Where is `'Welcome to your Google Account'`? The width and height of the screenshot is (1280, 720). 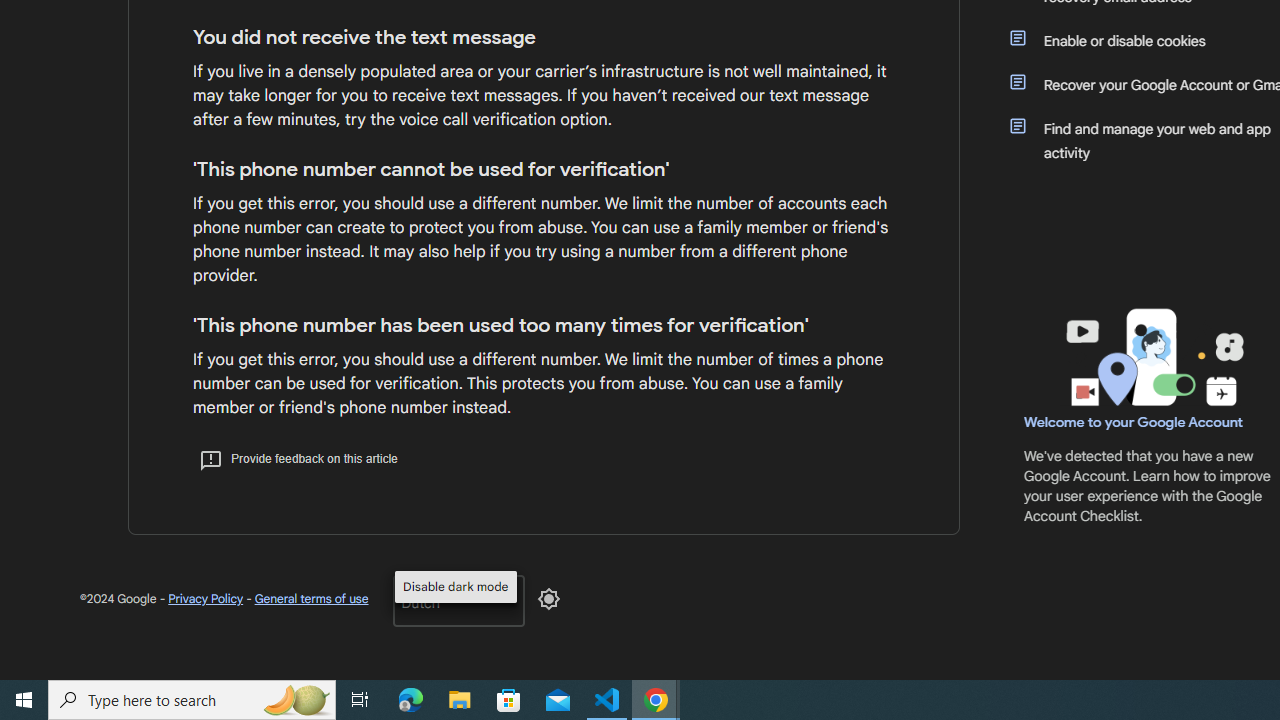 'Welcome to your Google Account' is located at coordinates (1134, 421).